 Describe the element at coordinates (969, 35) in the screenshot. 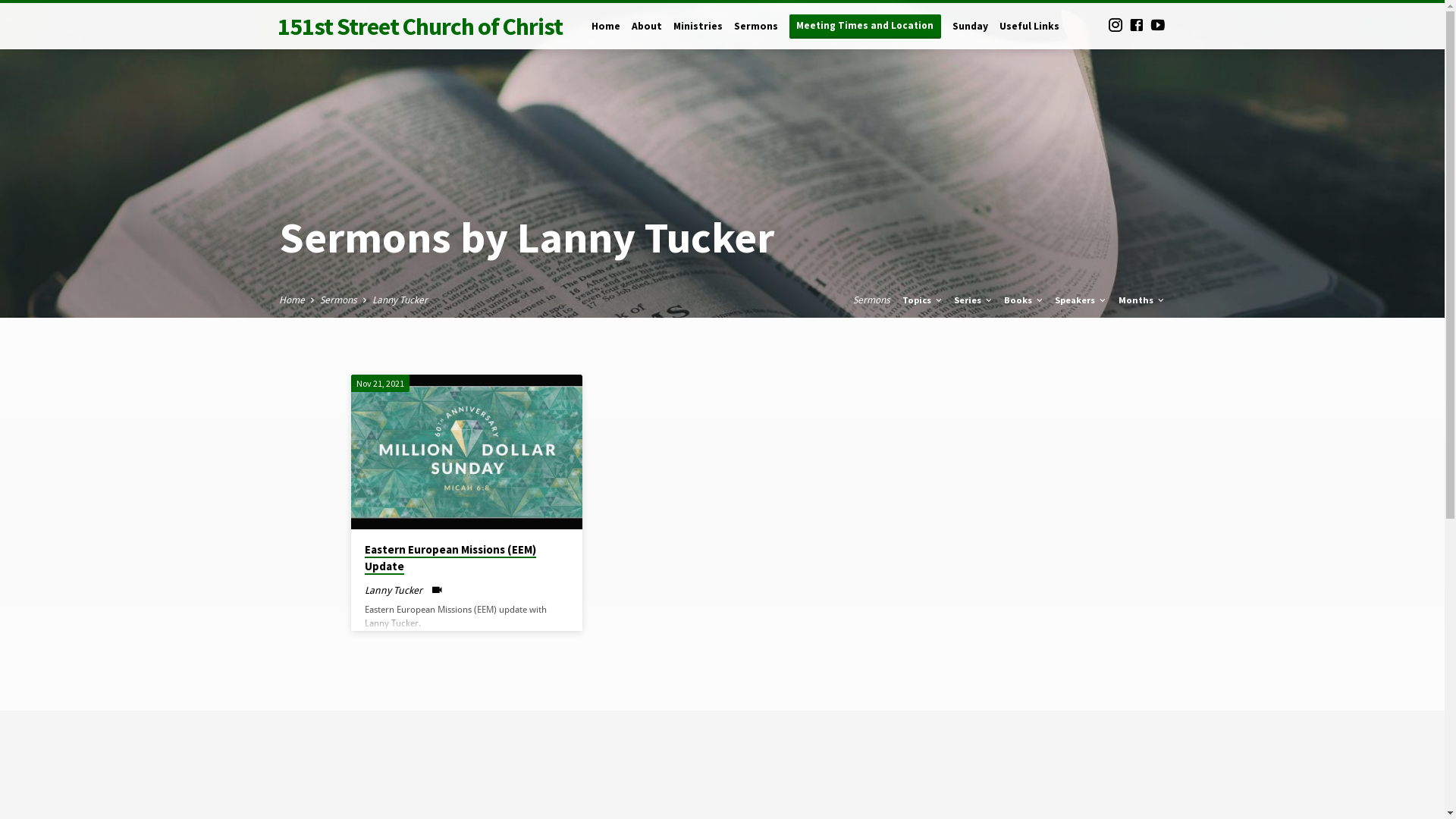

I see `'Sunday'` at that location.